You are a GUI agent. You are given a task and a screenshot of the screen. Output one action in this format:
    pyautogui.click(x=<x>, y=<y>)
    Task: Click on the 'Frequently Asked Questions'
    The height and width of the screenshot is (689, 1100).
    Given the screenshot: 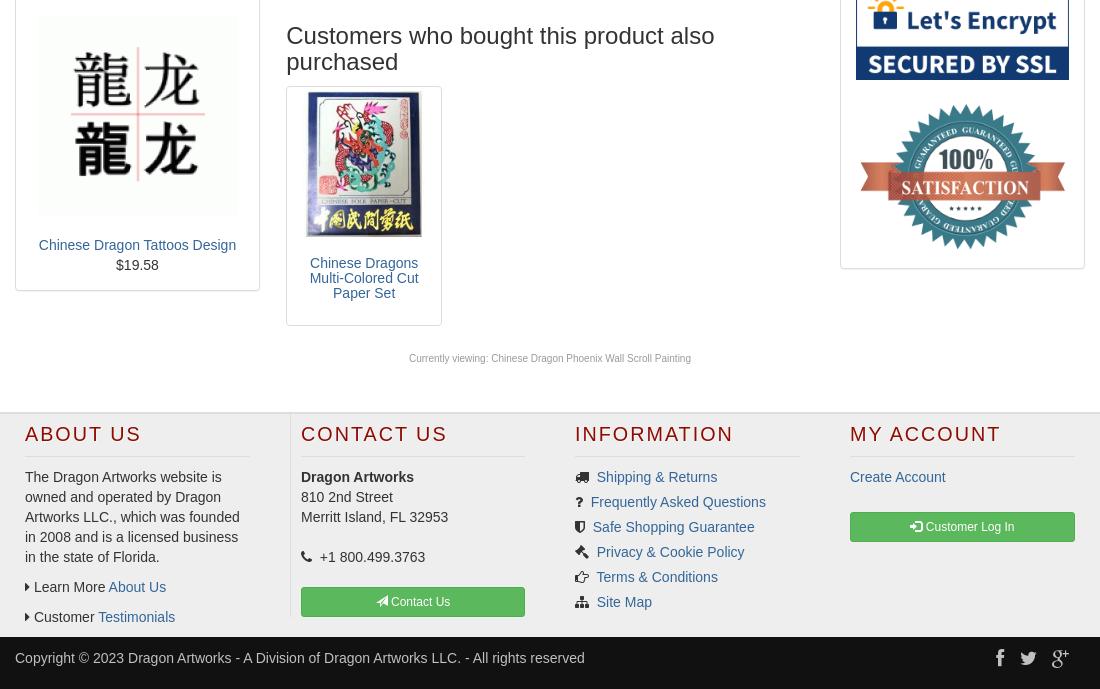 What is the action you would take?
    pyautogui.click(x=589, y=499)
    